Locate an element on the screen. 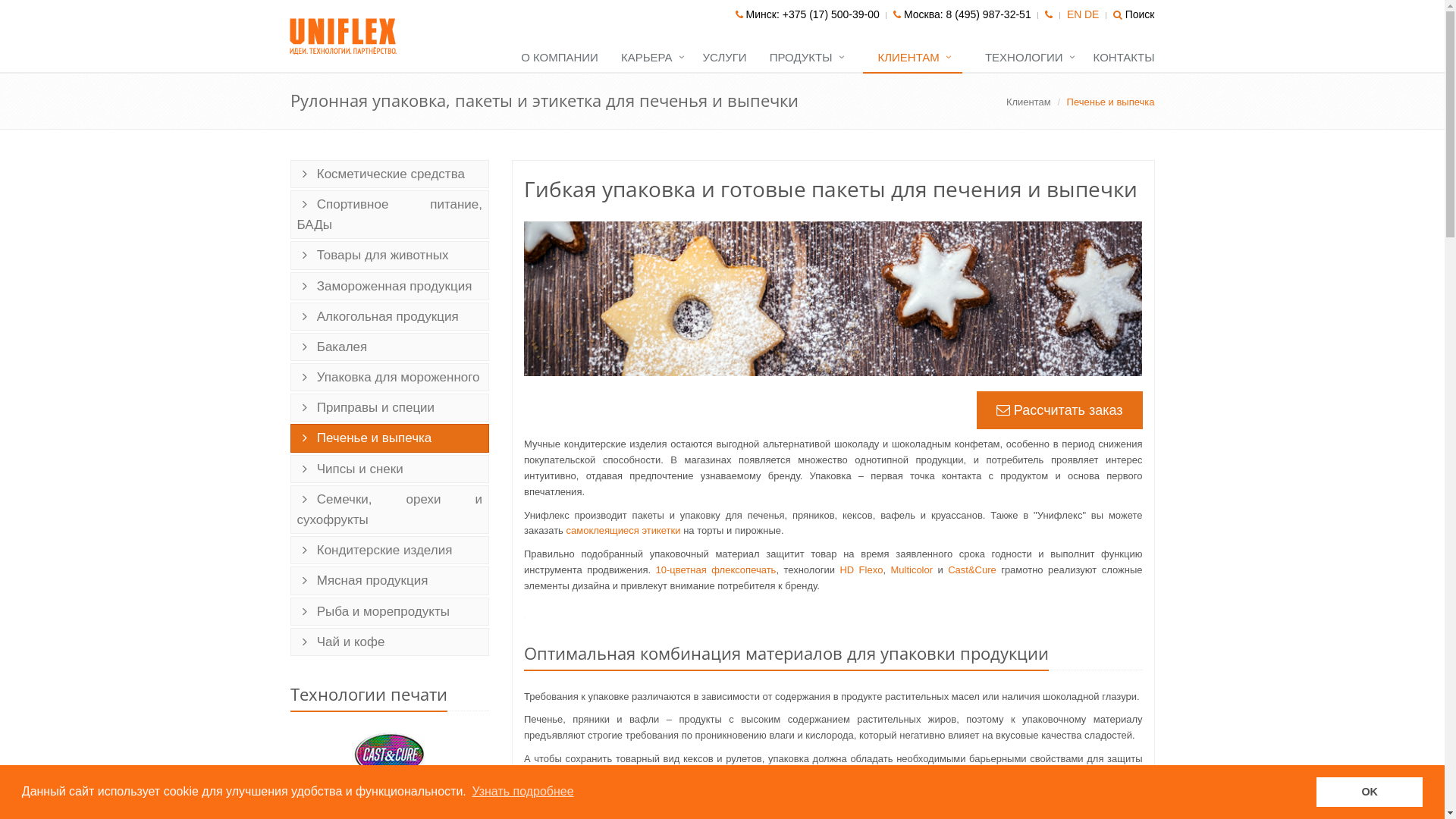  'Home' is located at coordinates (344, 35).